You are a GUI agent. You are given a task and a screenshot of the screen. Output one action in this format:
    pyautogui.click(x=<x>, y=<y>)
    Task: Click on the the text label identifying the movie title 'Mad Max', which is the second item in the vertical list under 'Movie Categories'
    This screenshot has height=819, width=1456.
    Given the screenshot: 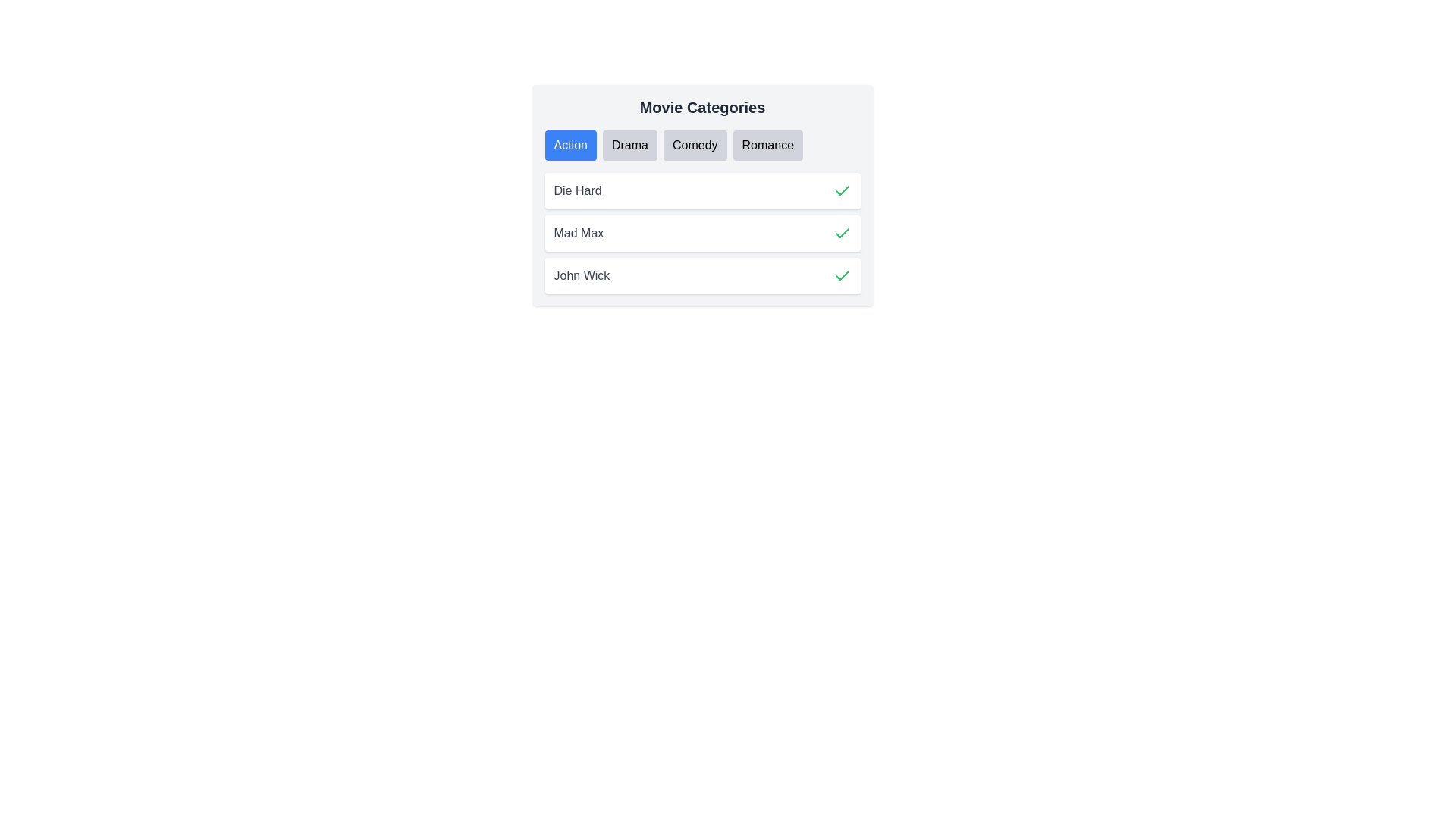 What is the action you would take?
    pyautogui.click(x=578, y=234)
    